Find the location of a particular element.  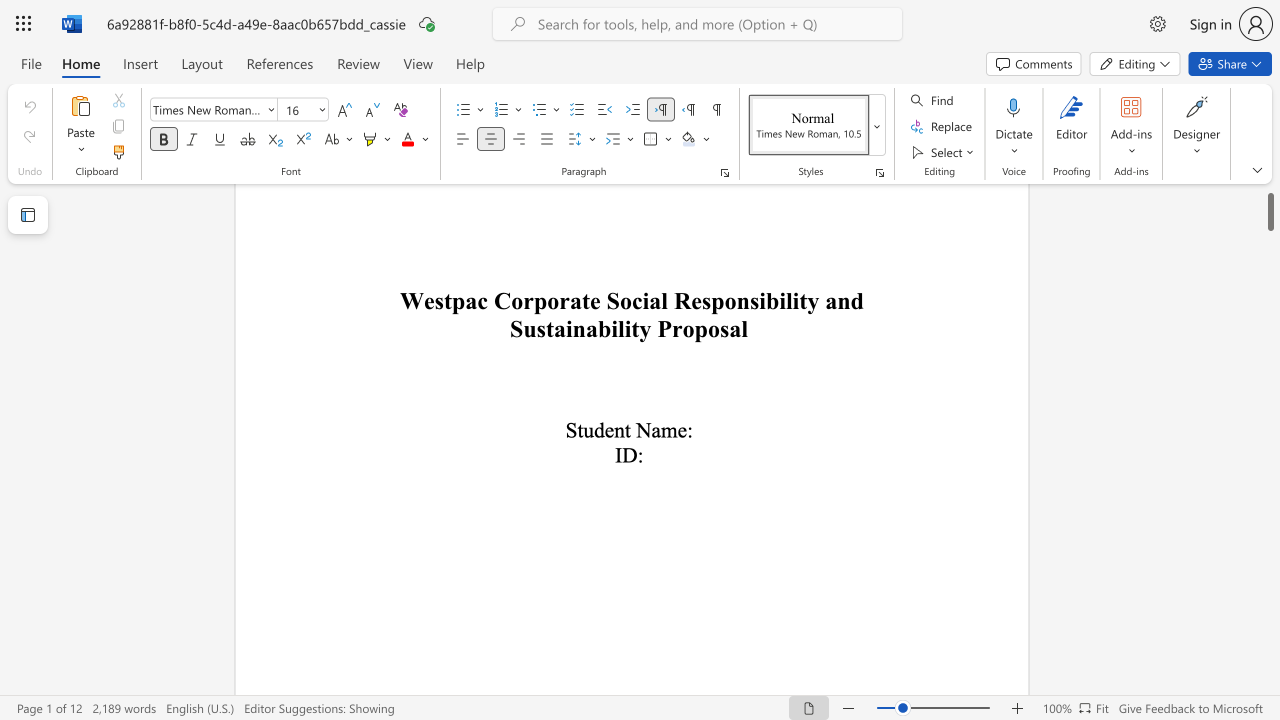

the scrollbar and move up 60 pixels is located at coordinates (1269, 196).